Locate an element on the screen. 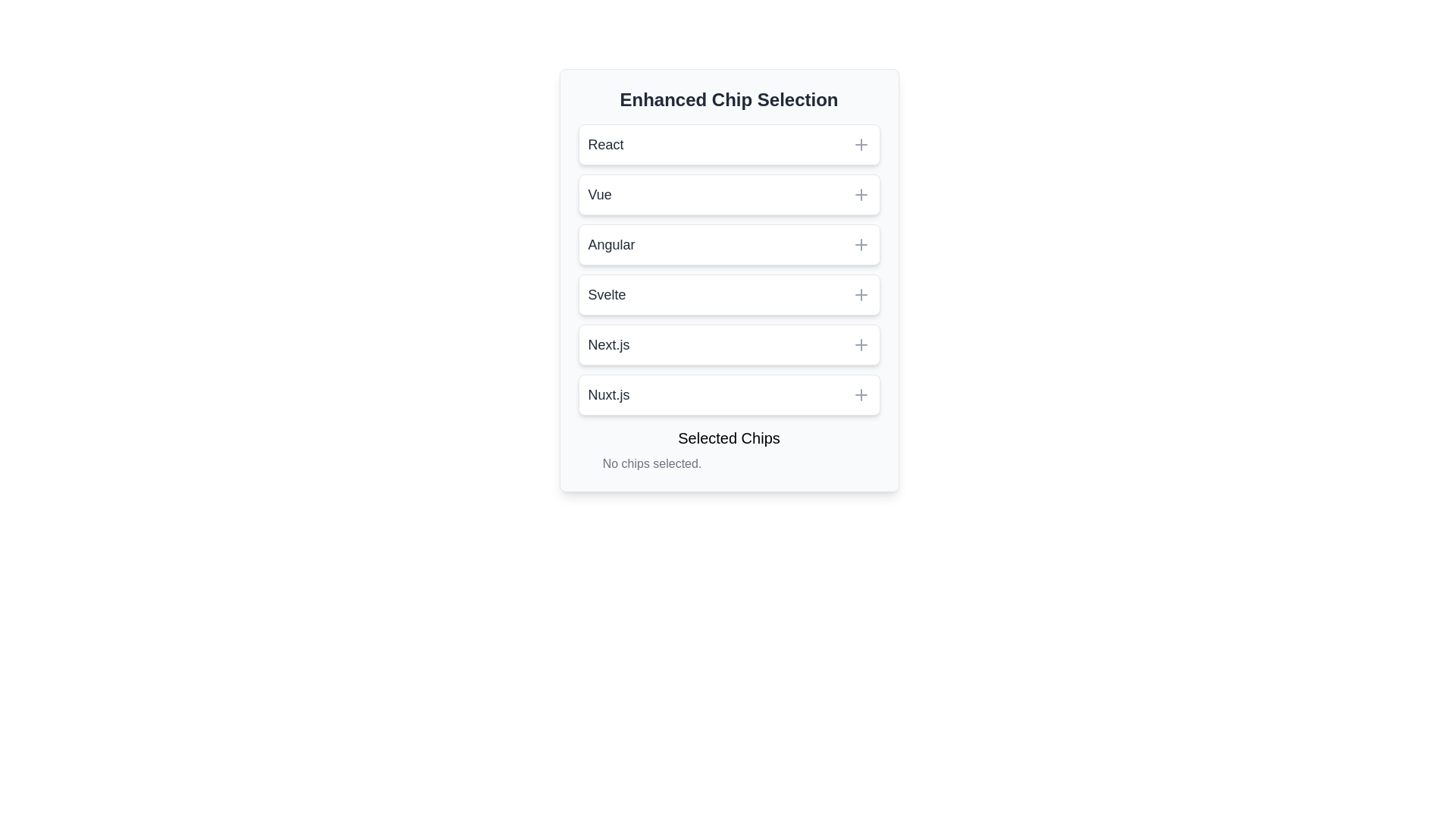  the text label displaying 'Nuxt.js' within the last selectable card in the vertical list is located at coordinates (608, 394).